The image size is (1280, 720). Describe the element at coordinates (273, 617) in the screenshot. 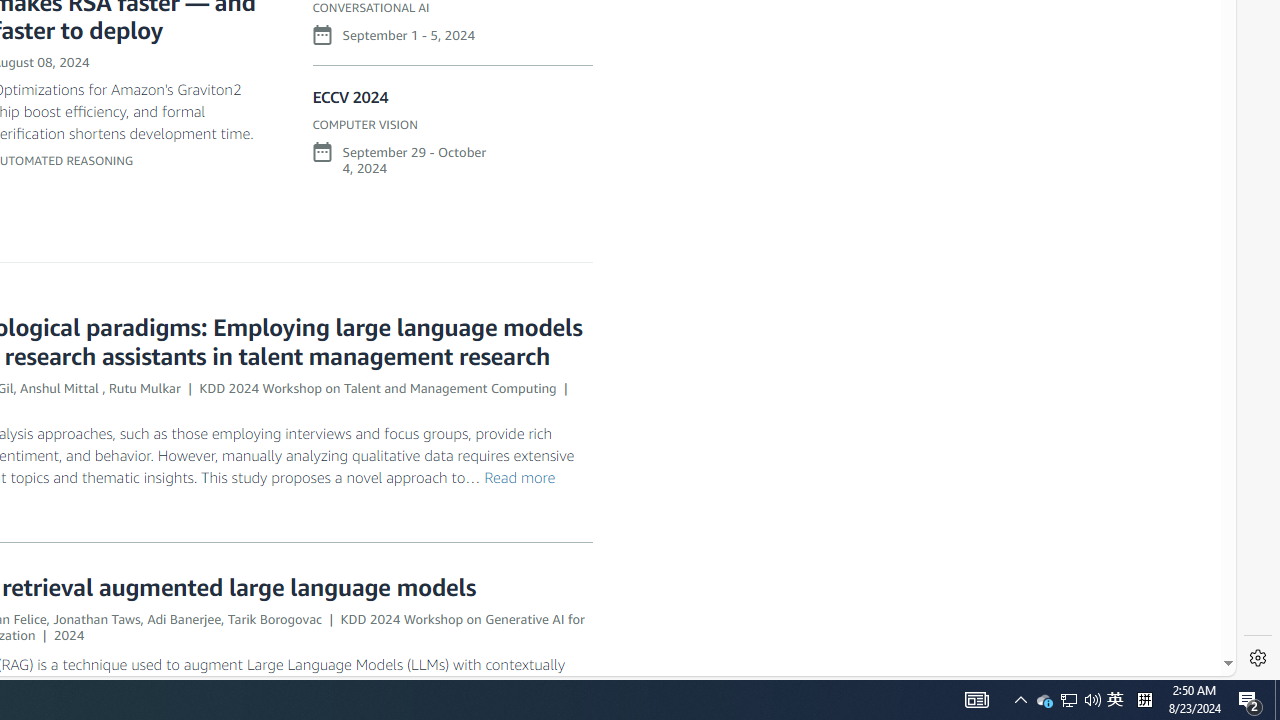

I see `'Tarik Borogovac'` at that location.